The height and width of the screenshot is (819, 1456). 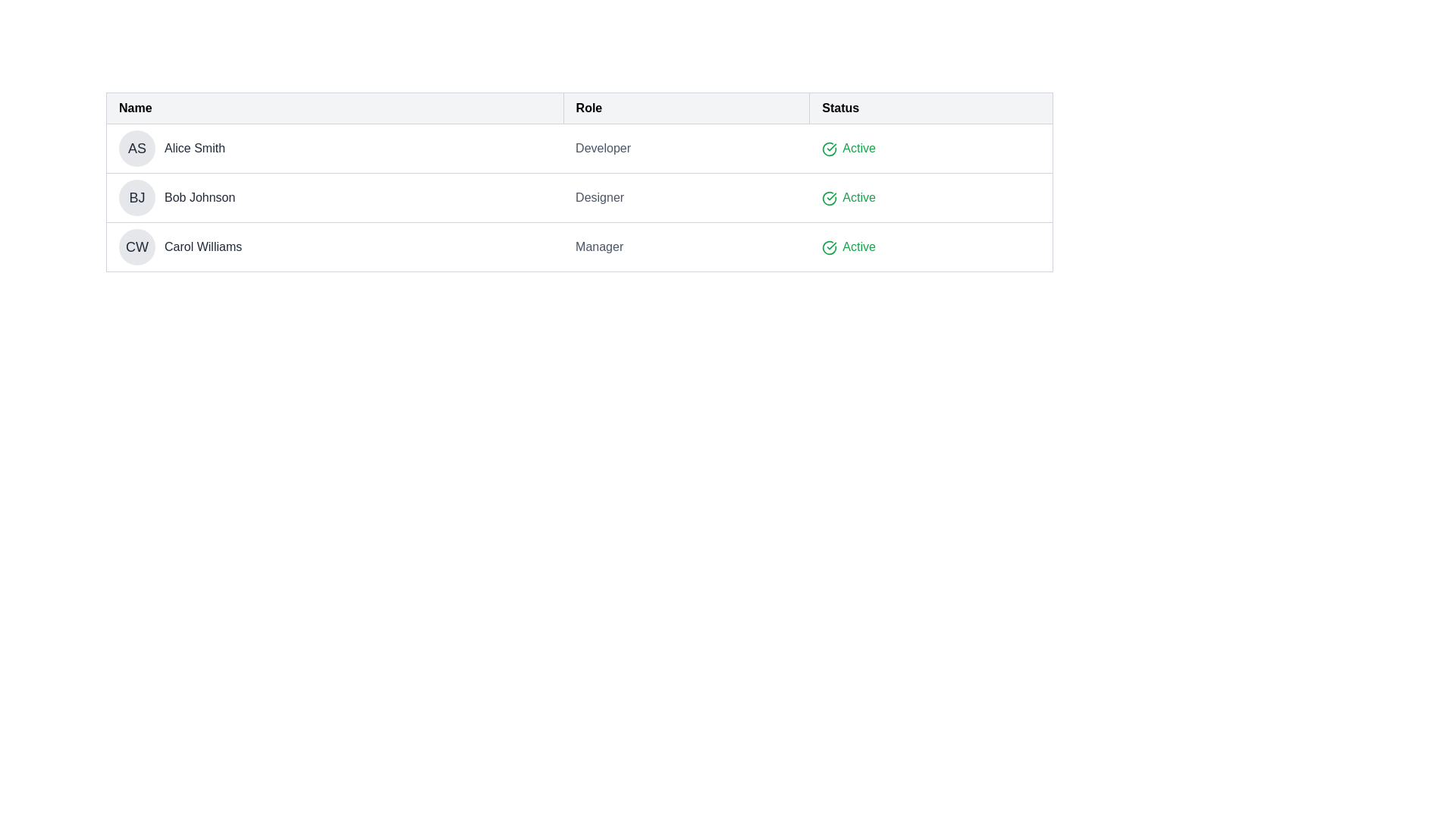 I want to click on the circular badge containing the initials 'BJ' which represents 'Bob Johnson', located in the second row of the table under the 'Name' column, so click(x=137, y=197).